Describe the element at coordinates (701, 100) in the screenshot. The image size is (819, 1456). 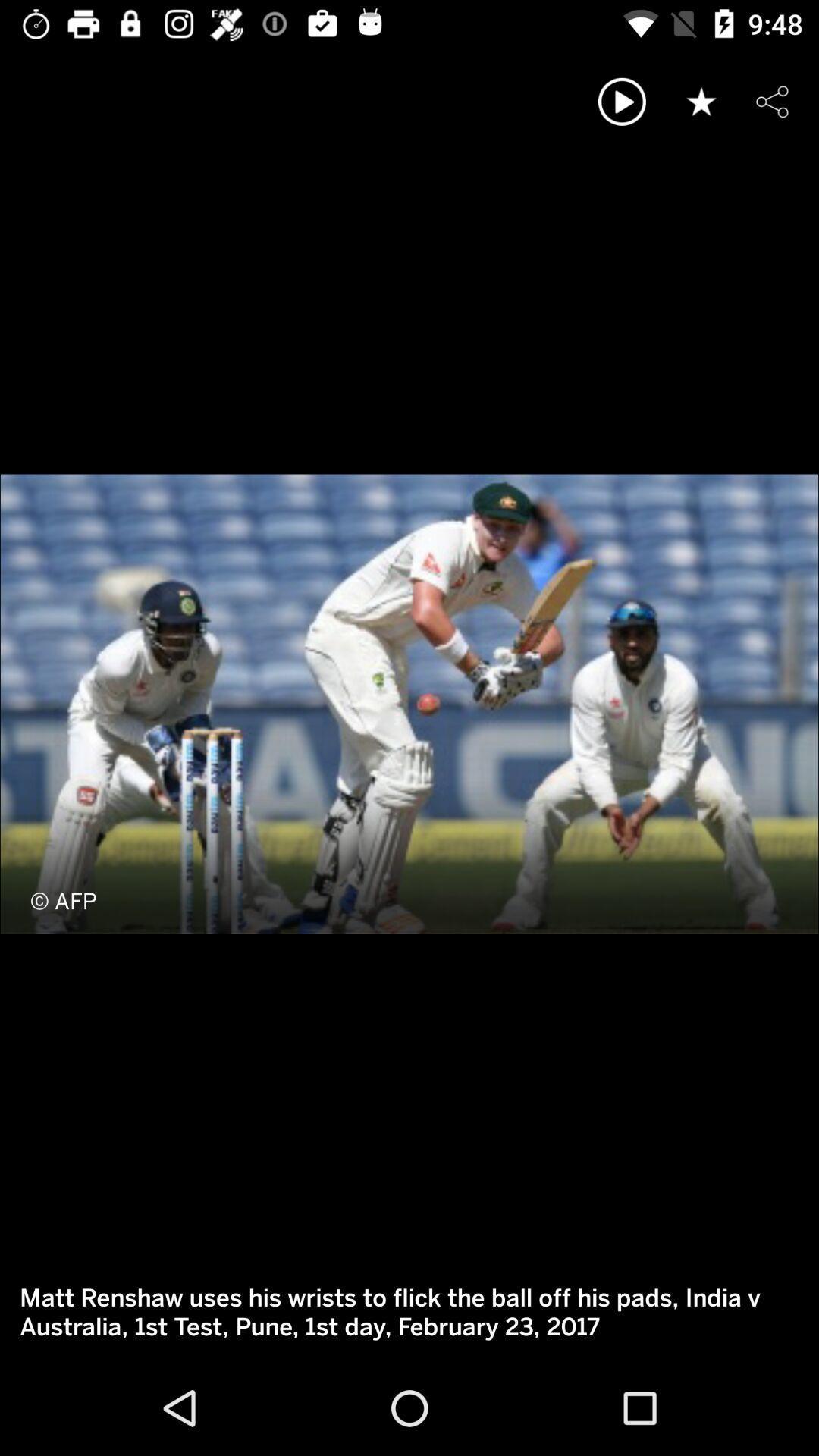
I see `to favorites` at that location.